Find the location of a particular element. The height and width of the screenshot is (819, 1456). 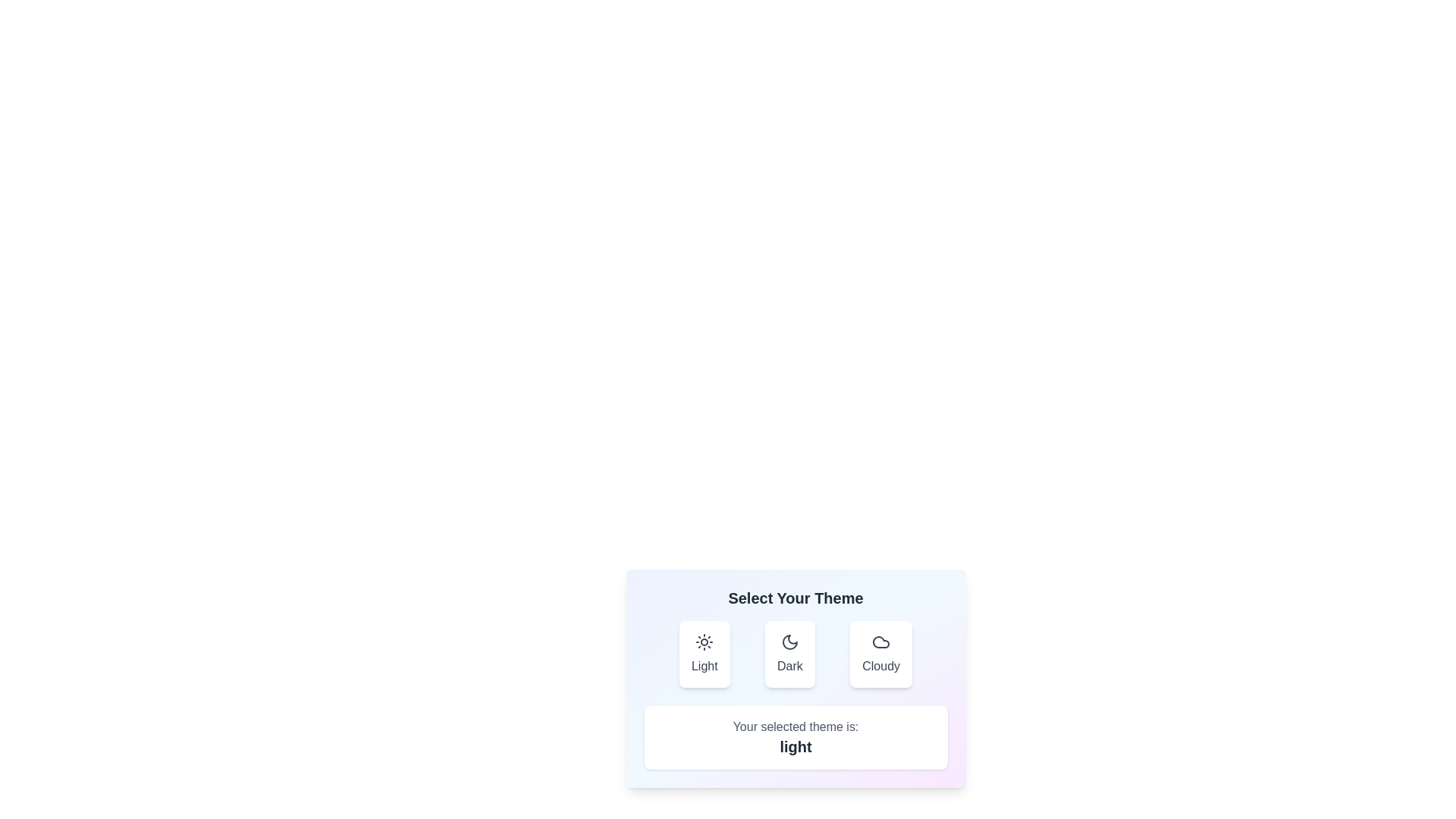

the 'Dark' option in the Interactive theme selection panel is located at coordinates (795, 677).